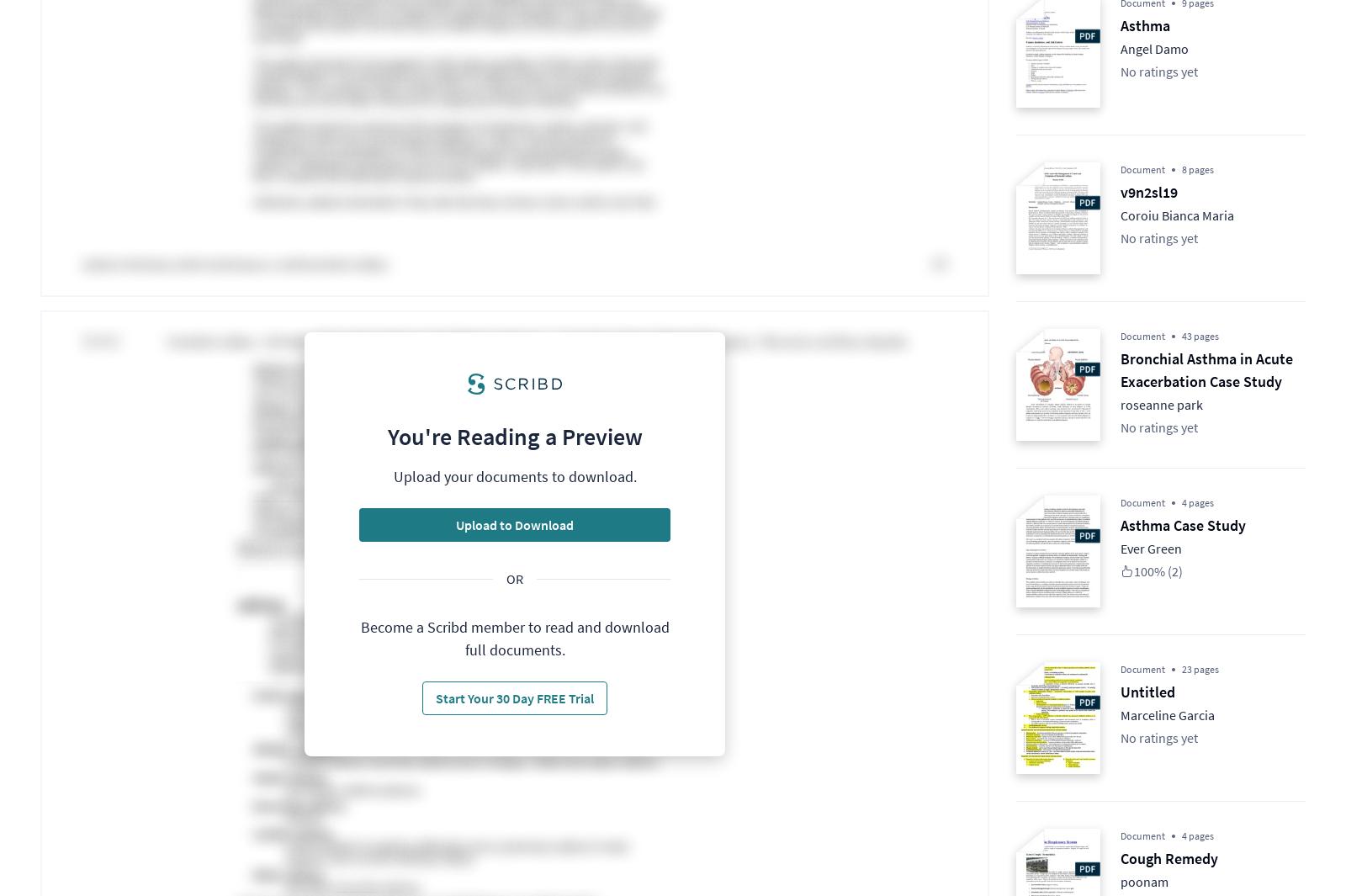 Image resolution: width=1346 pixels, height=896 pixels. What do you see at coordinates (1168, 858) in the screenshot?
I see `'Cough Remedy'` at bounding box center [1168, 858].